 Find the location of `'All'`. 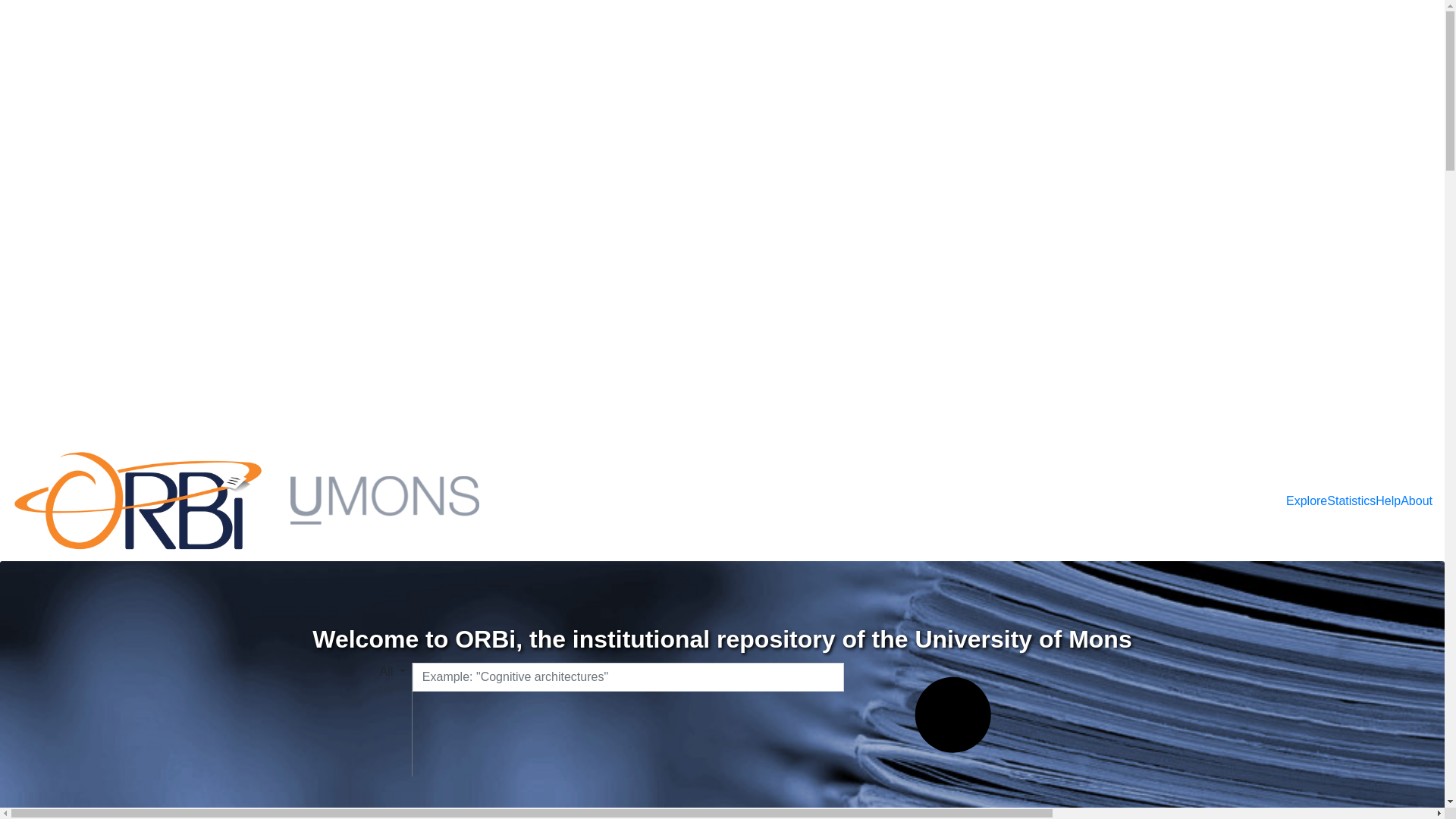

'All' is located at coordinates (378, 671).